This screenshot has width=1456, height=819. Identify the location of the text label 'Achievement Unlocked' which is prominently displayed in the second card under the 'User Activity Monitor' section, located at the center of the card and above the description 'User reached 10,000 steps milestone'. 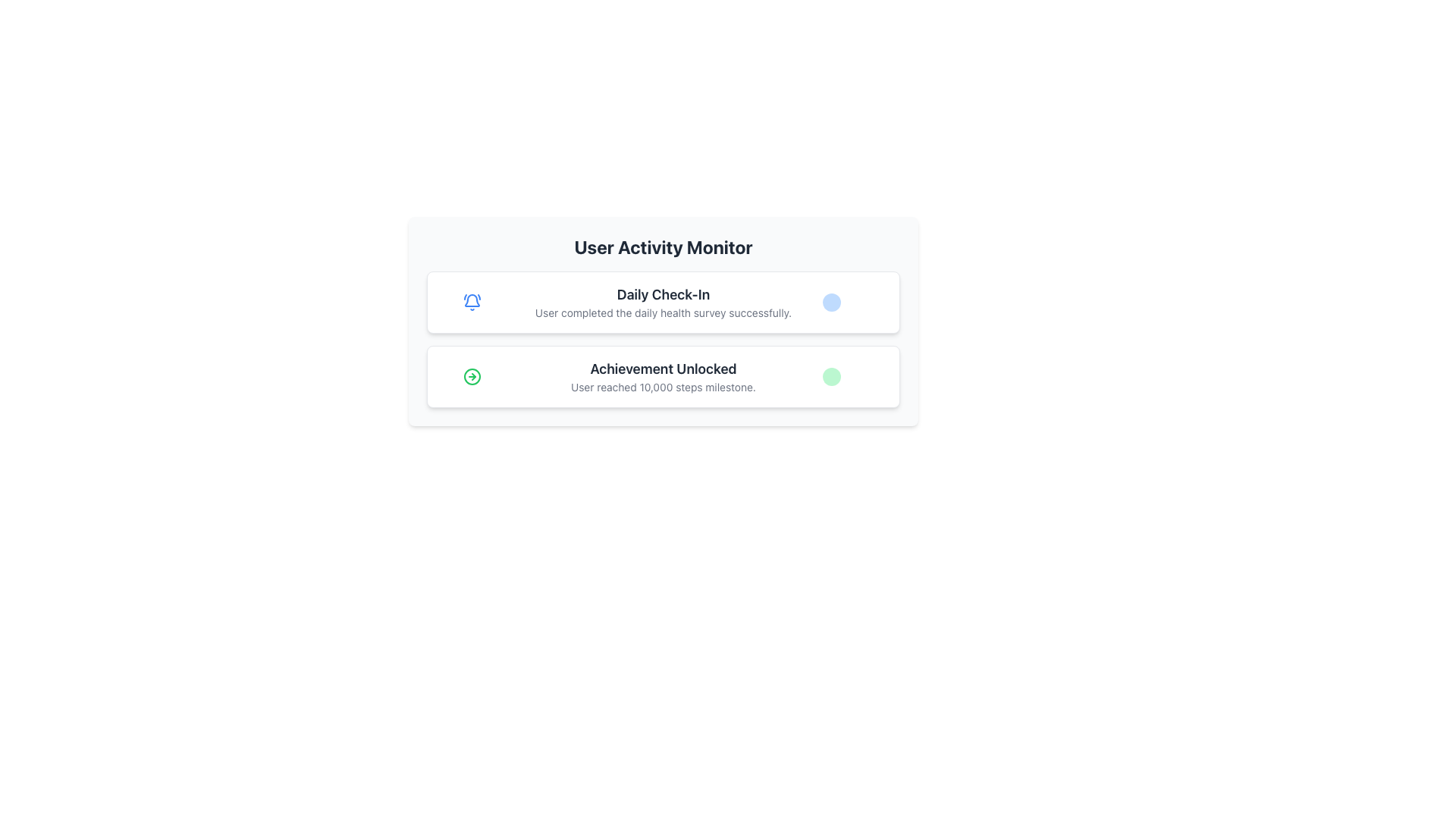
(663, 369).